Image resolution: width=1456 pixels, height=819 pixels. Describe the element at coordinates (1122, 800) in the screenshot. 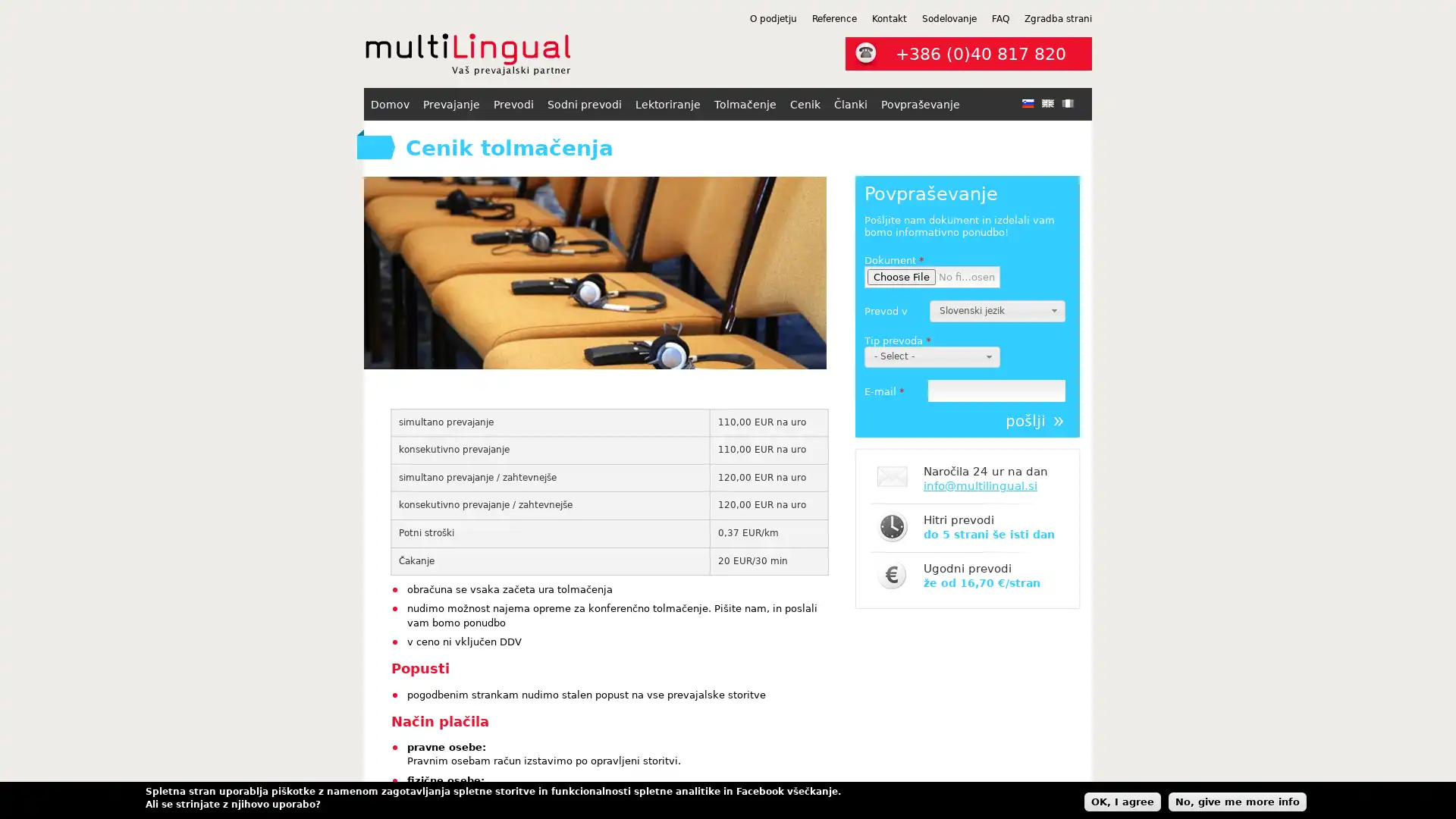

I see `OK, I agree` at that location.